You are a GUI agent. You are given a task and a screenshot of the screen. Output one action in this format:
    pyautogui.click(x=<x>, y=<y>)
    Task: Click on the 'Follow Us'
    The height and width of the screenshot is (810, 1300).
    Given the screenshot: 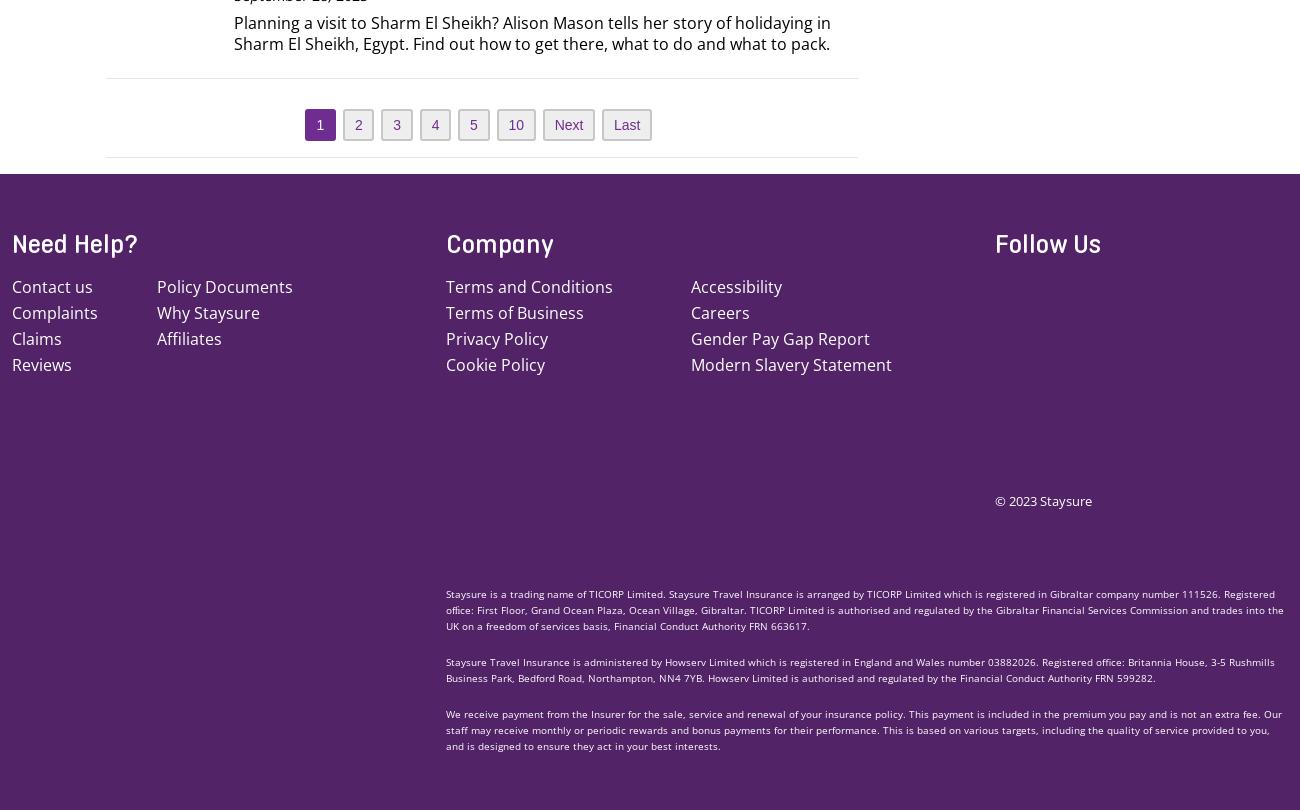 What is the action you would take?
    pyautogui.click(x=1047, y=241)
    